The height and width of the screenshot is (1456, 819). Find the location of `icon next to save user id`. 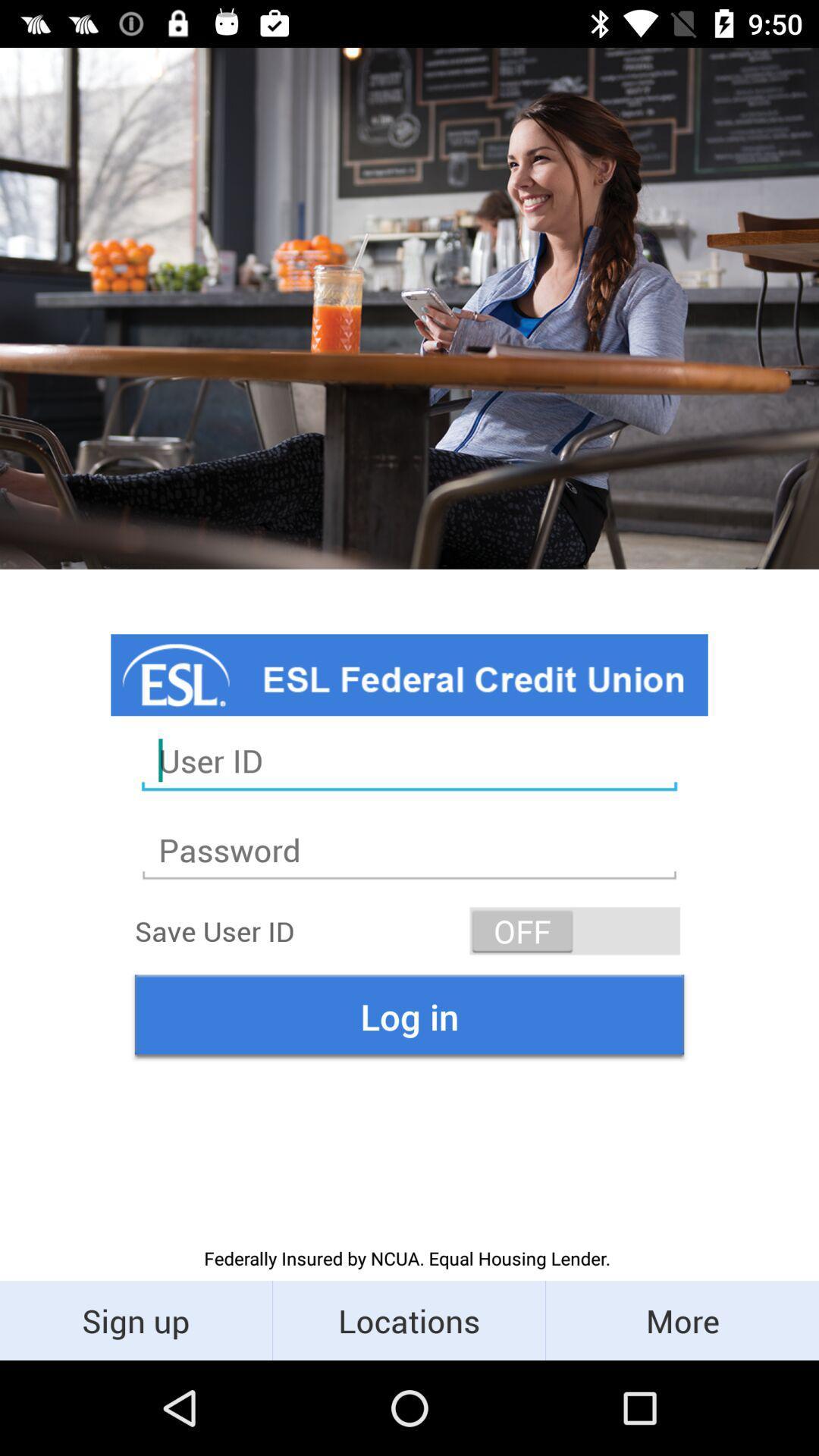

icon next to save user id is located at coordinates (575, 930).